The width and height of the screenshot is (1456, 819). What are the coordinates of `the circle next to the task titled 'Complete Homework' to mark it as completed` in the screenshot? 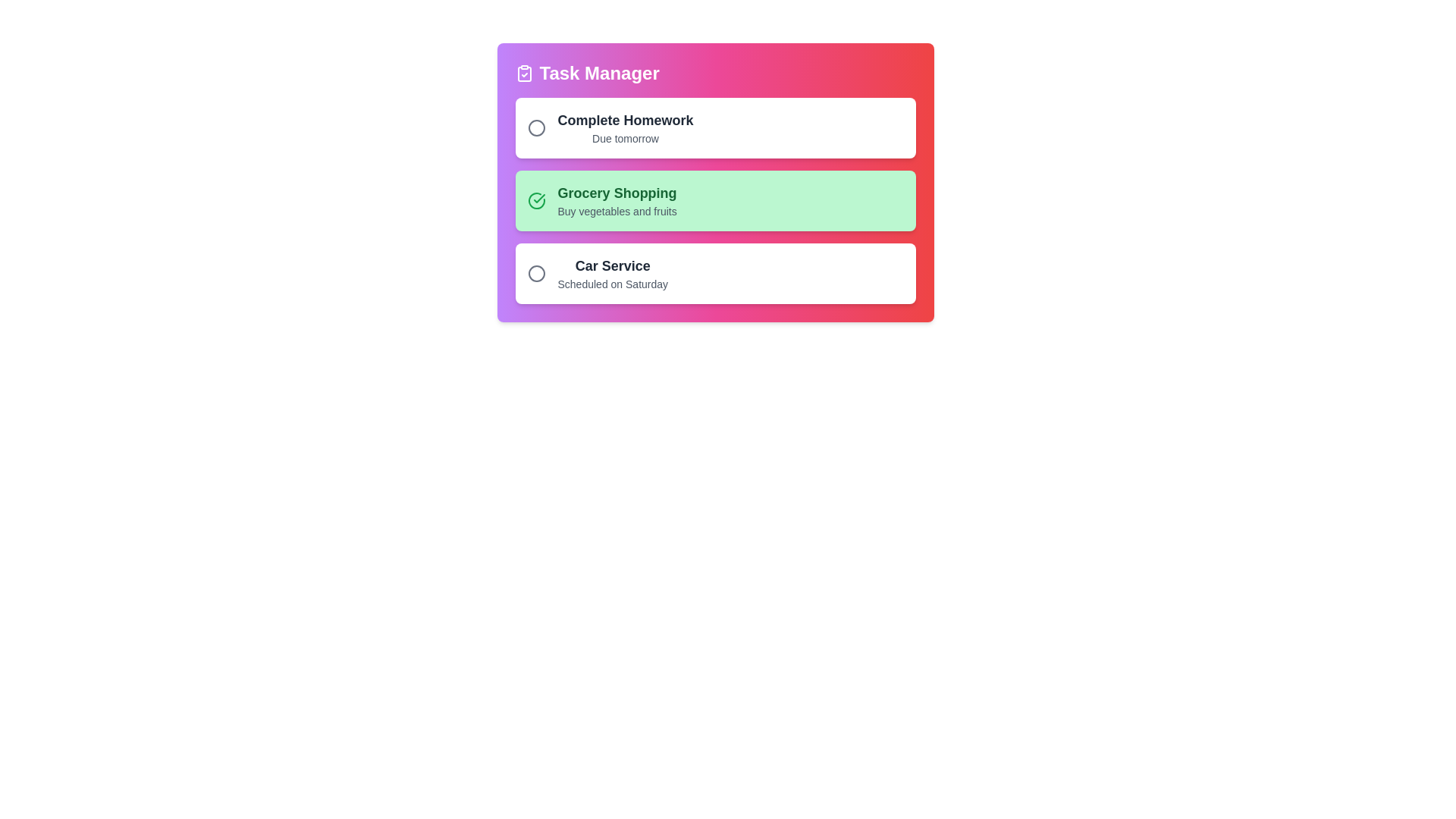 It's located at (536, 127).